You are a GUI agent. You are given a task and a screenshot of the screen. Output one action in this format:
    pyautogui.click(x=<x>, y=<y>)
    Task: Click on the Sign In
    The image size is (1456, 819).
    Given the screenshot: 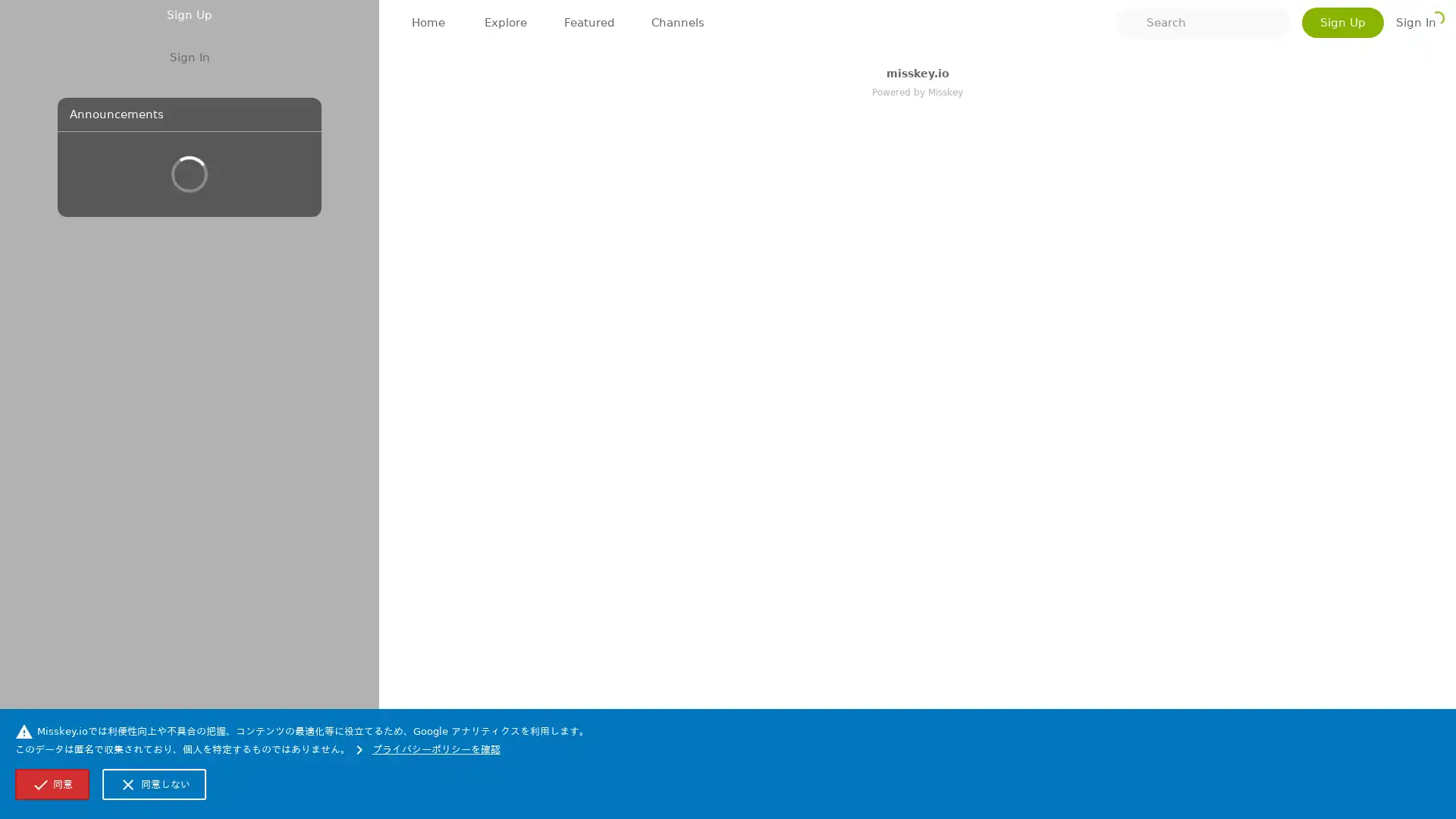 What is the action you would take?
    pyautogui.click(x=188, y=388)
    